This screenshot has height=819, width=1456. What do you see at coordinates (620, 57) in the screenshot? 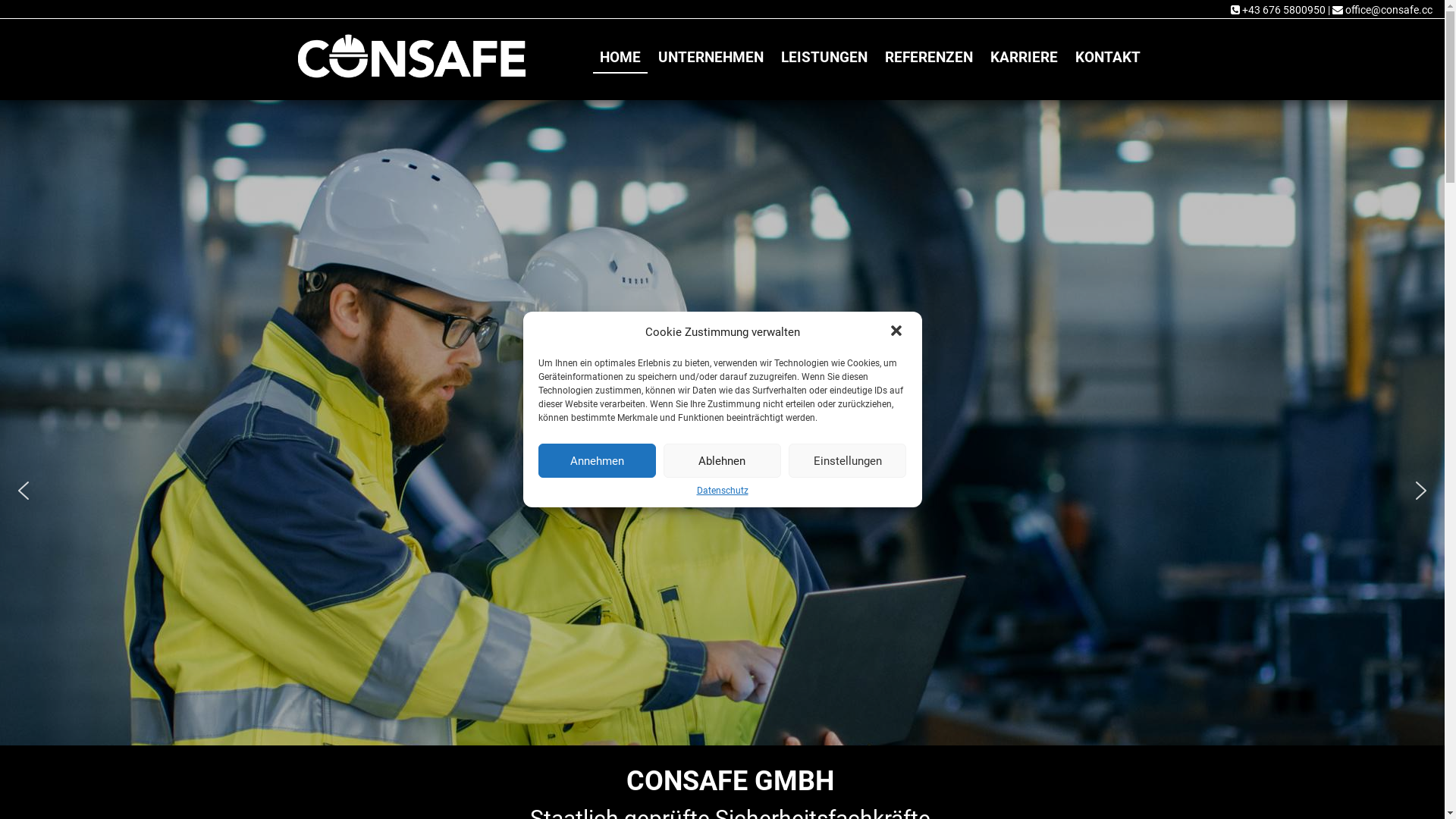
I see `'HOME'` at bounding box center [620, 57].